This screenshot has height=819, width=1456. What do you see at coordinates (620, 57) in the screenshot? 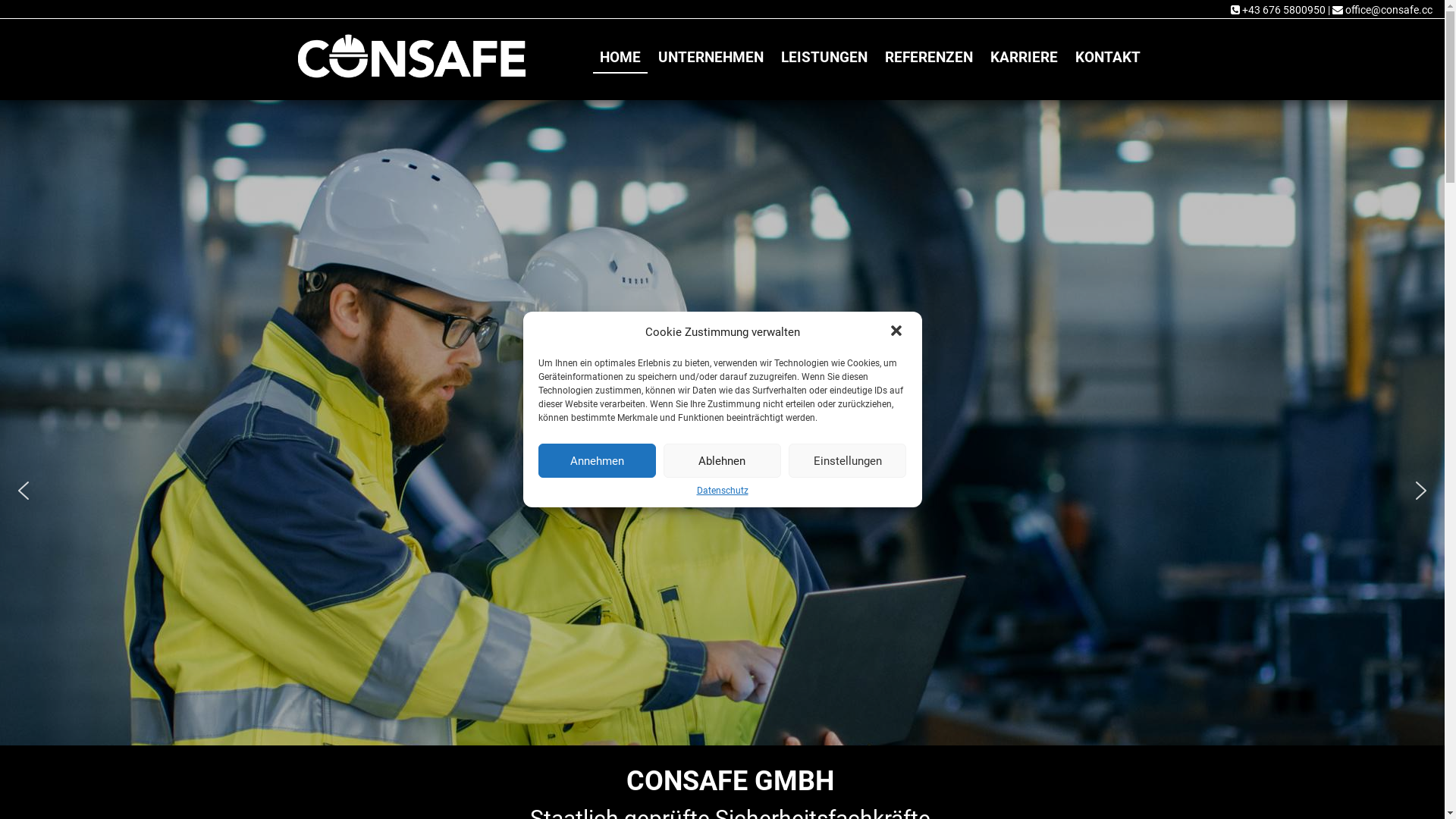
I see `'HOME'` at bounding box center [620, 57].